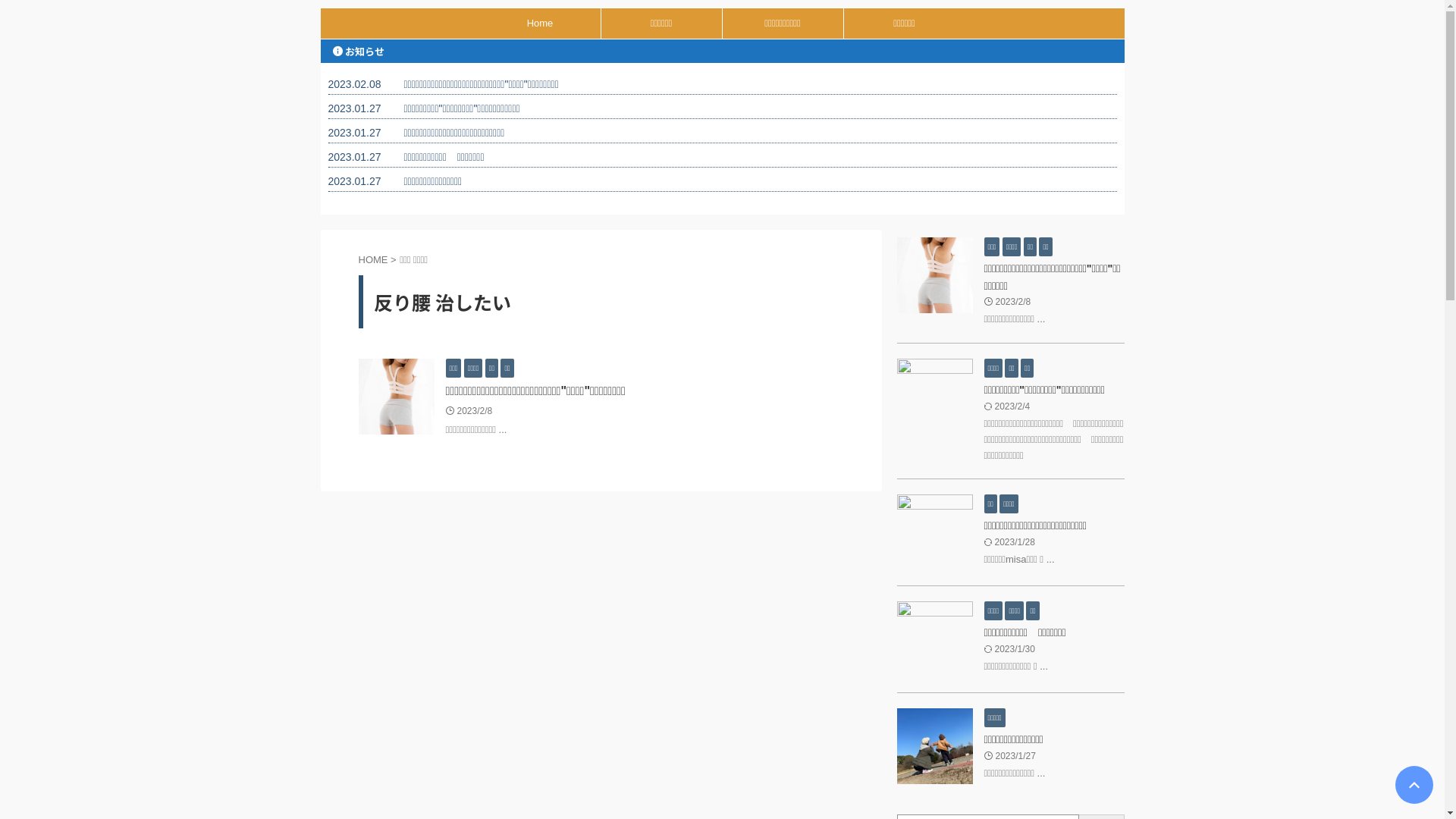 The width and height of the screenshot is (1456, 819). Describe the element at coordinates (372, 259) in the screenshot. I see `'HOME'` at that location.